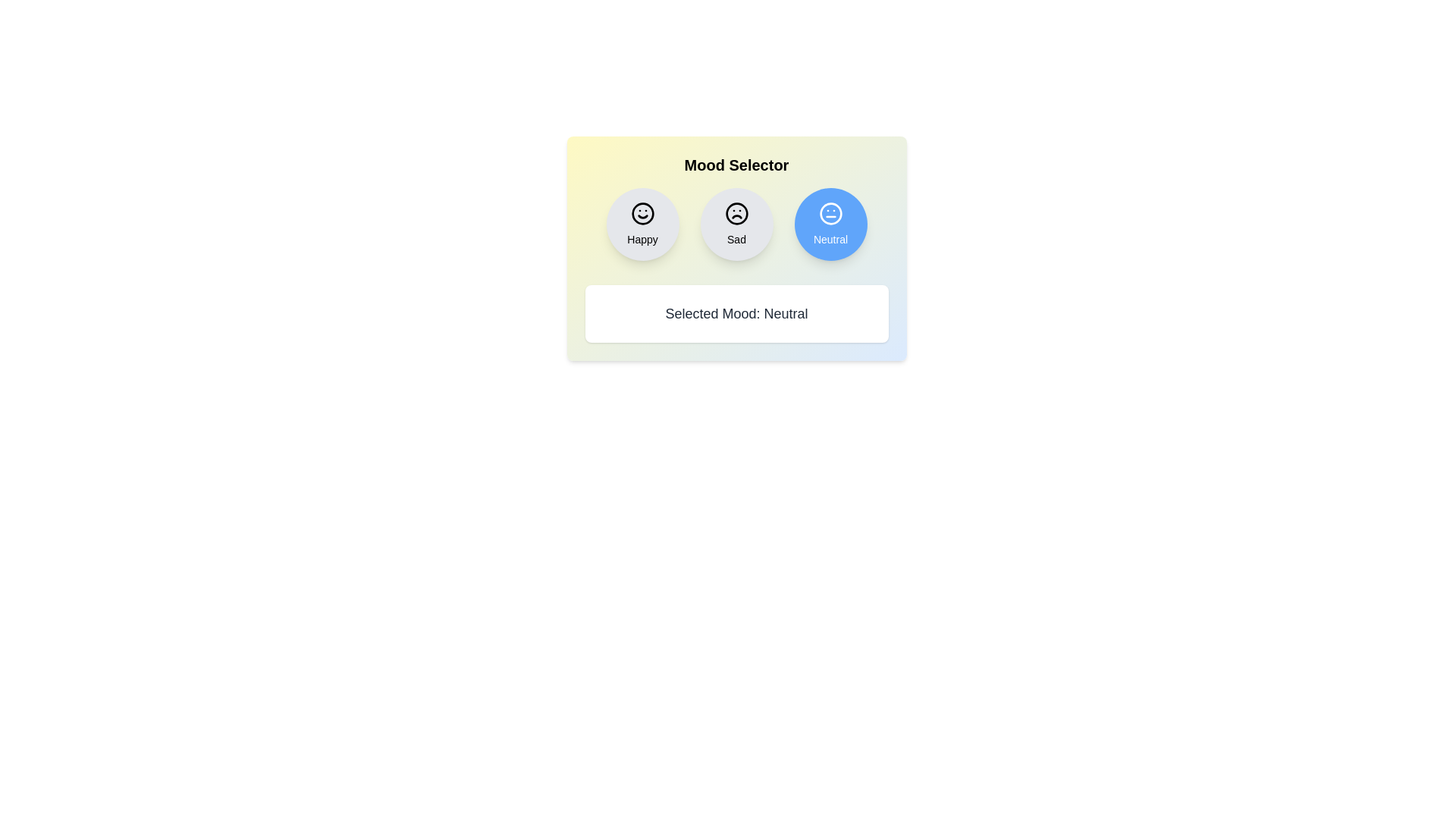  What do you see at coordinates (642, 224) in the screenshot?
I see `the mood button corresponding to Happy` at bounding box center [642, 224].